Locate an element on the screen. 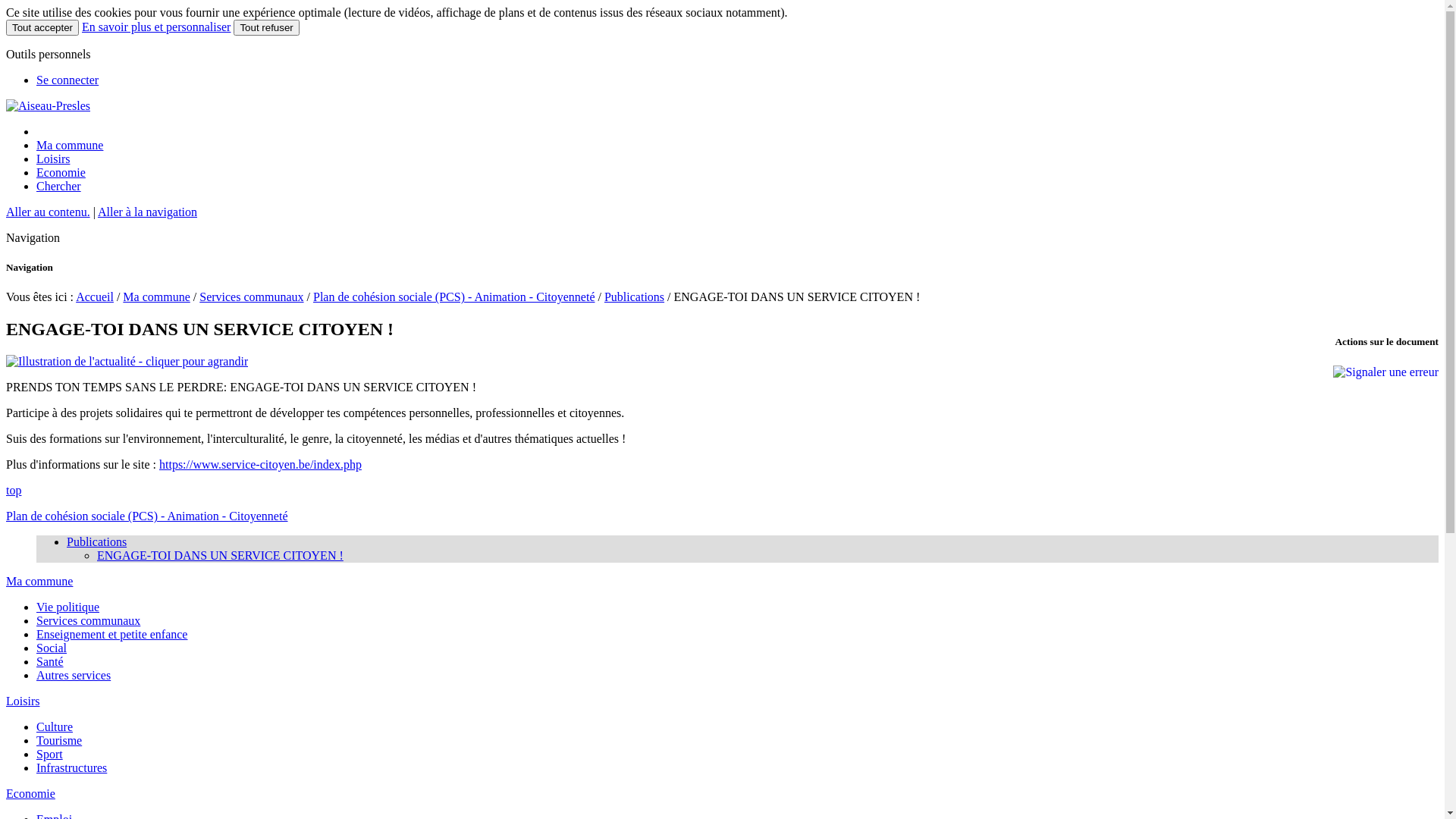 The image size is (1456, 819). 'Publications' is located at coordinates (96, 541).